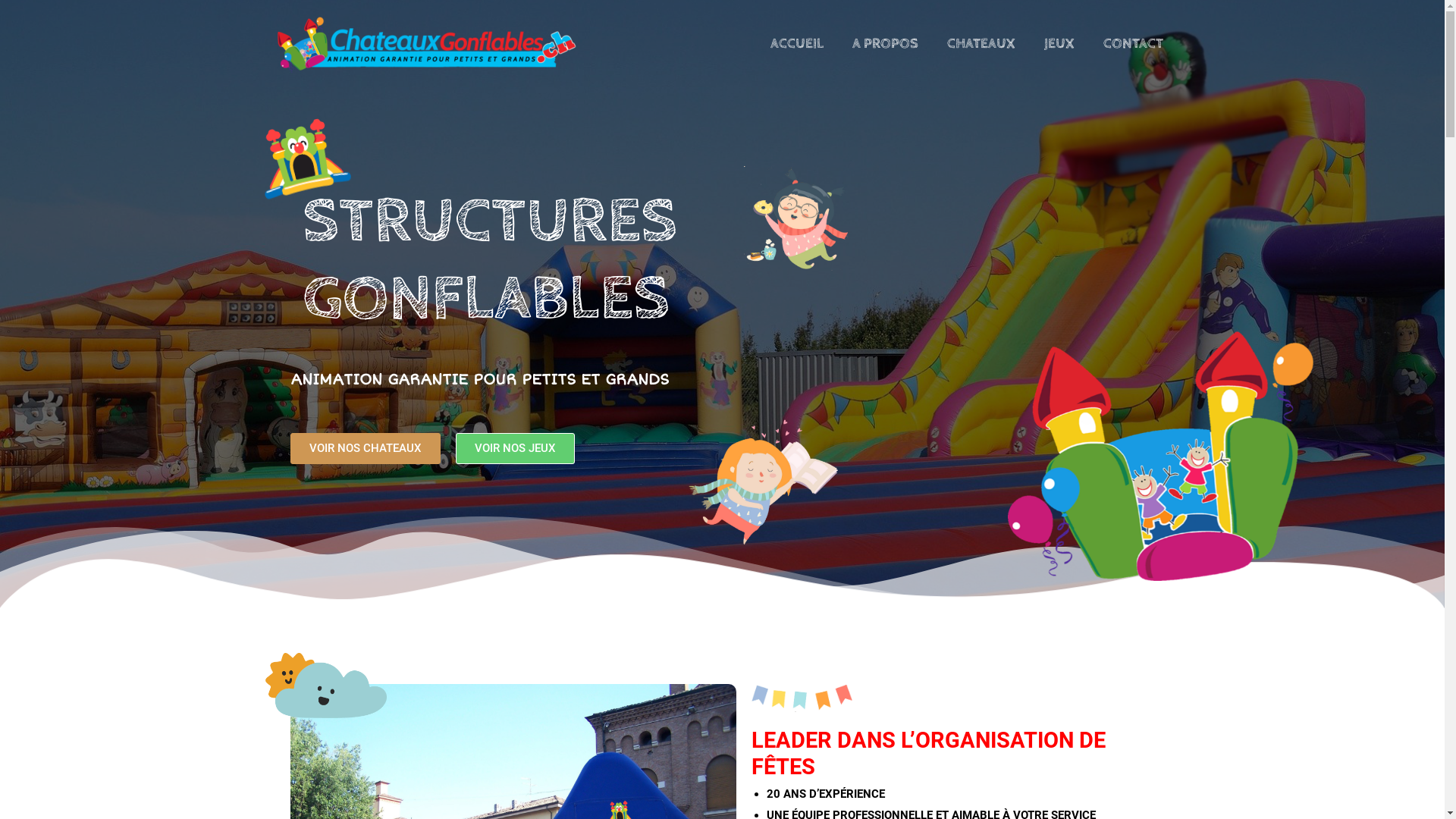  What do you see at coordinates (884, 42) in the screenshot?
I see `'A PROPOS'` at bounding box center [884, 42].